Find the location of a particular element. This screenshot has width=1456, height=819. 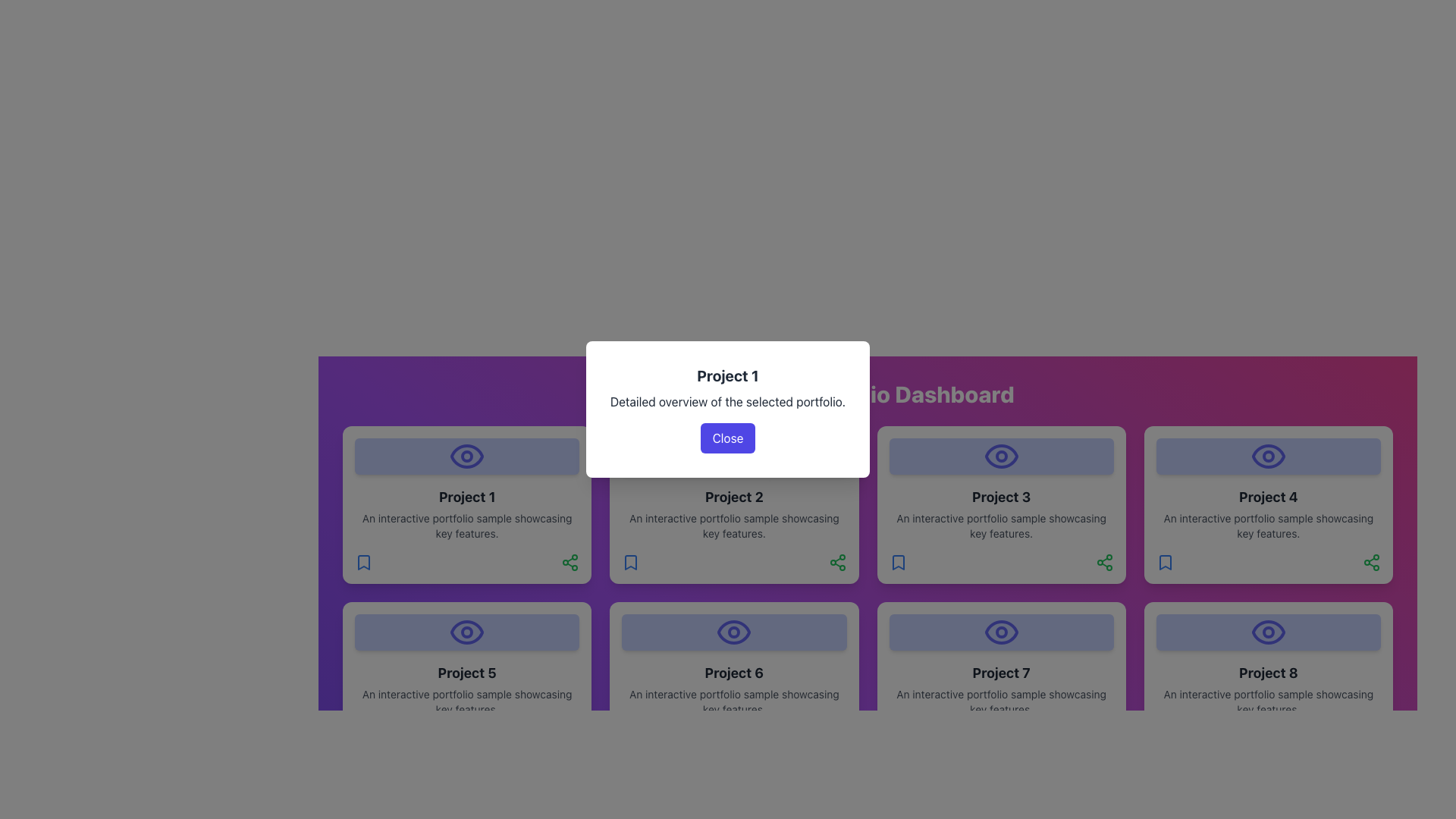

the SVG circle element that represents the pupil of the eye icon within the 'Project 1' card located in the top-left corner of the grid layout is located at coordinates (466, 455).